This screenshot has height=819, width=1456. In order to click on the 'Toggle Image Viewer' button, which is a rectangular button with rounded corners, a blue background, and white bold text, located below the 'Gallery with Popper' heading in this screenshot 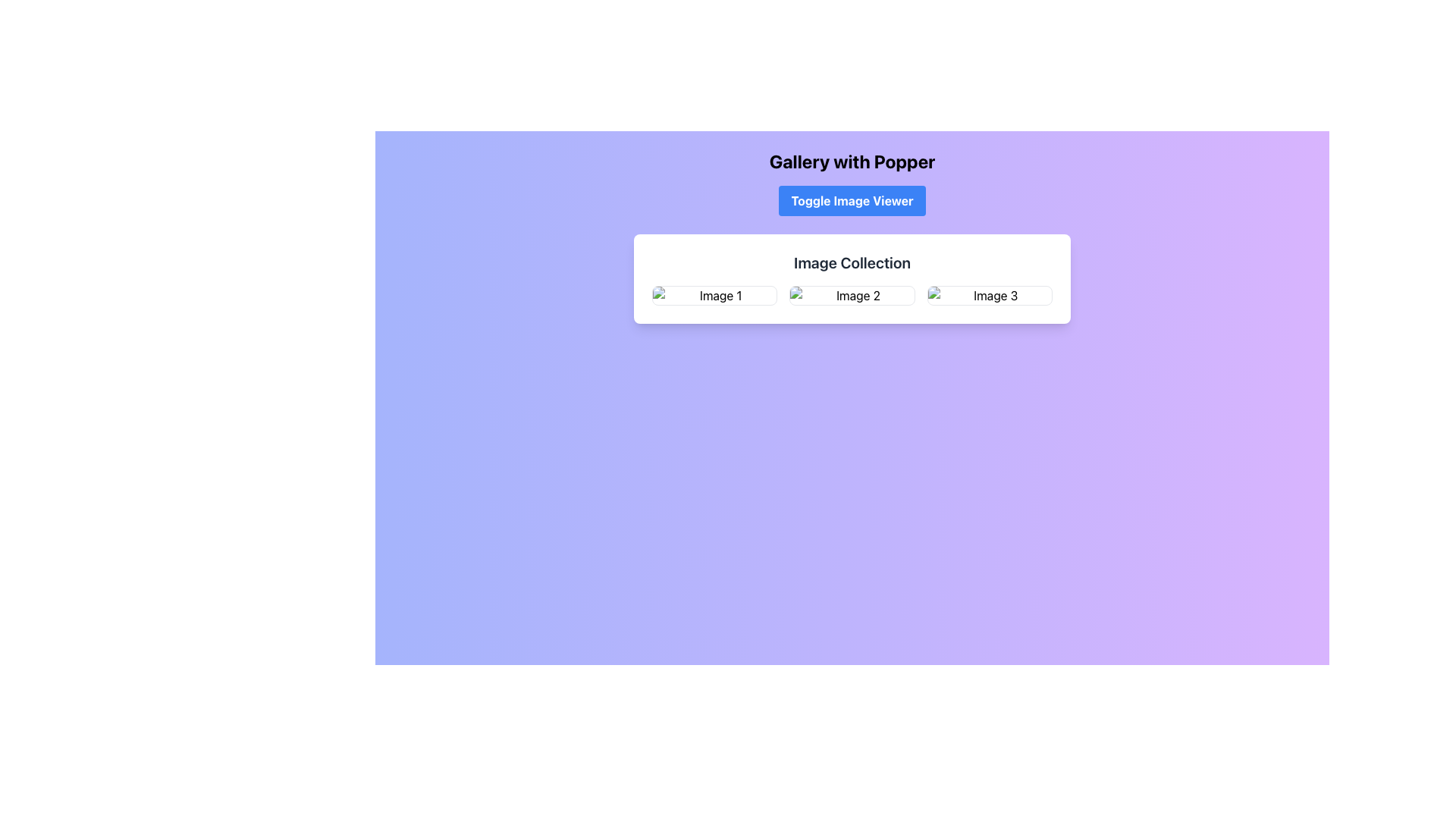, I will do `click(852, 200)`.